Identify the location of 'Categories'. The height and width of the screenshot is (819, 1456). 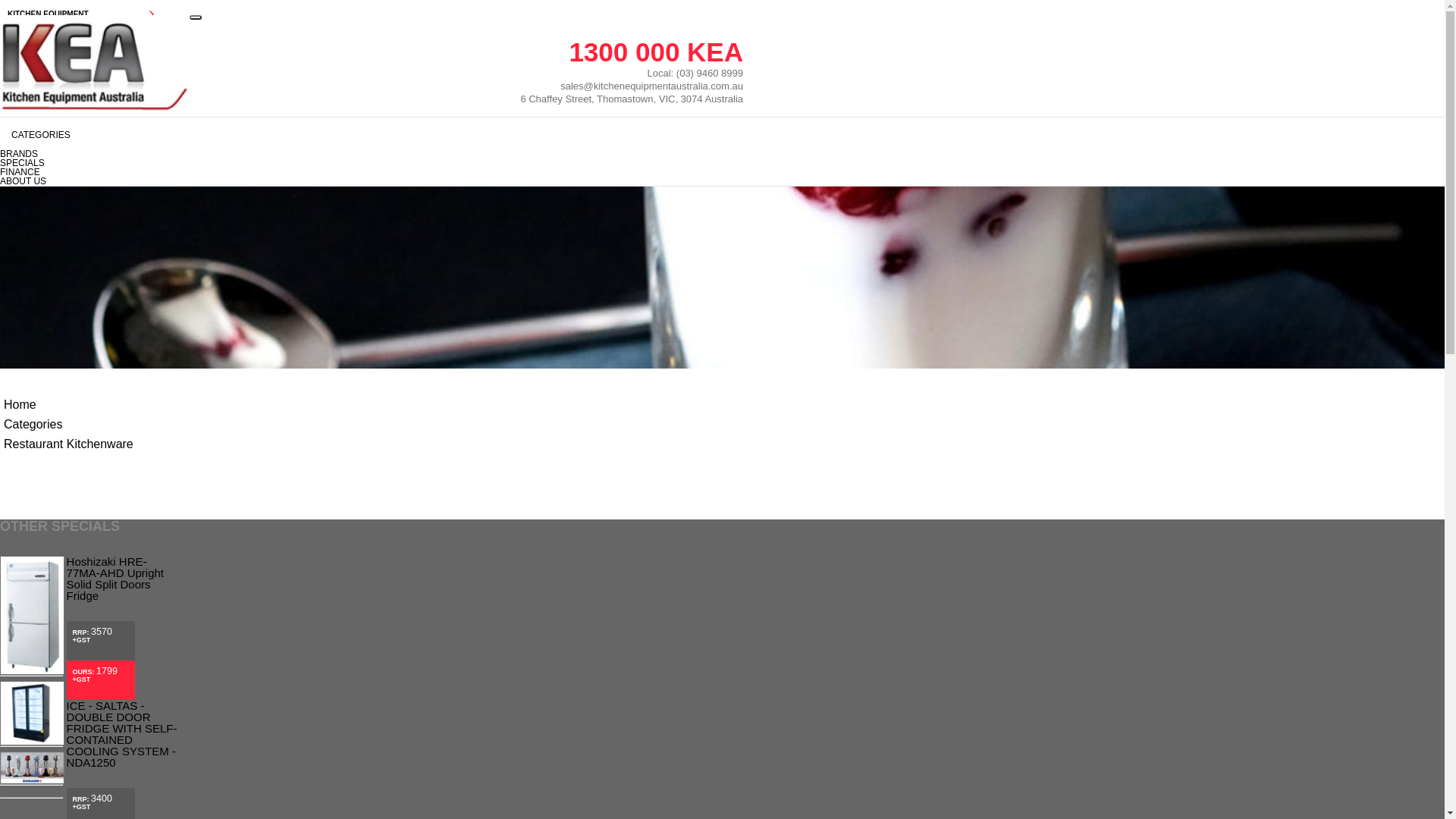
(33, 424).